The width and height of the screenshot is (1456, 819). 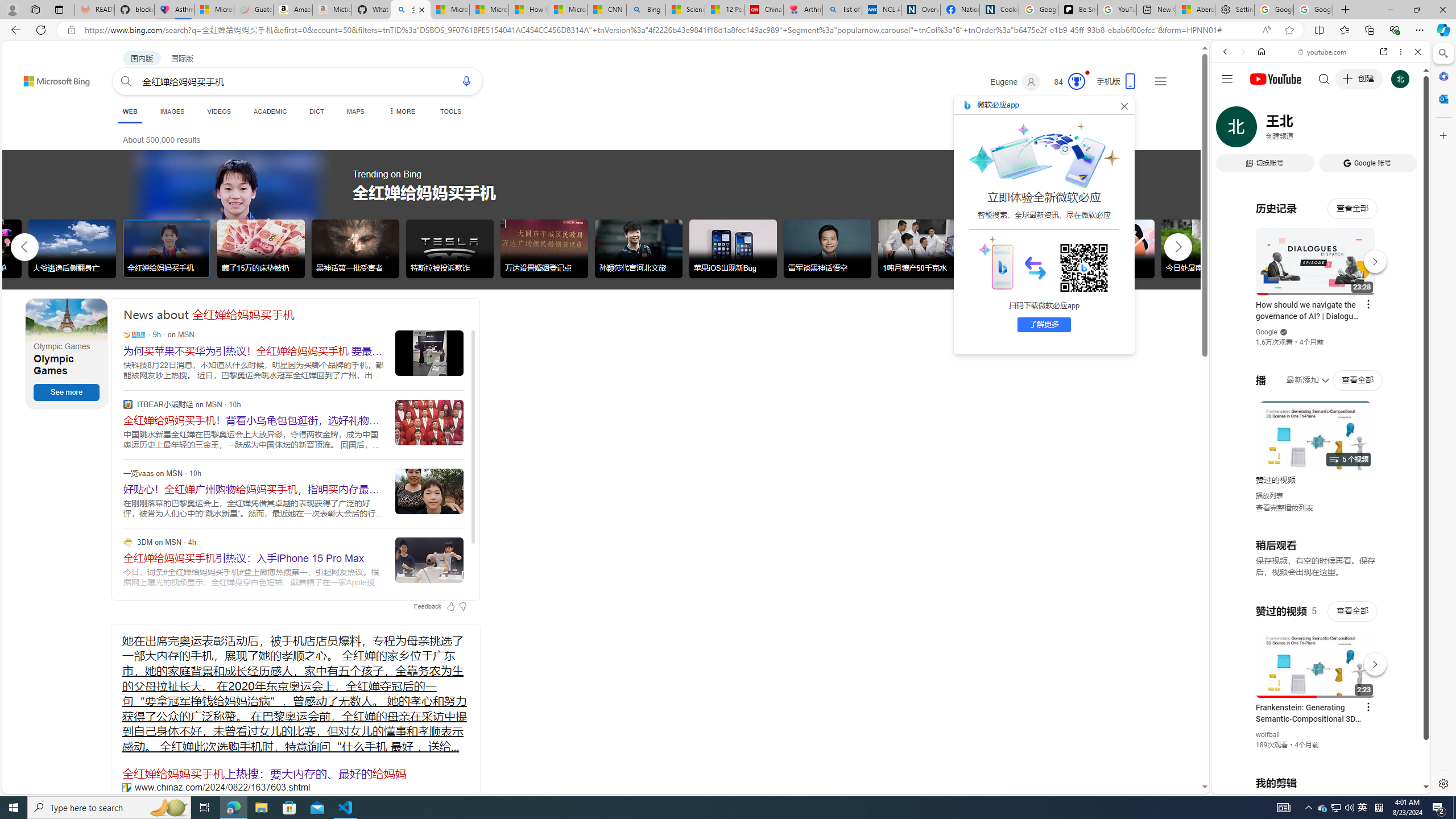 What do you see at coordinates (568, 9) in the screenshot?
I see `'Microsoft Start'` at bounding box center [568, 9].